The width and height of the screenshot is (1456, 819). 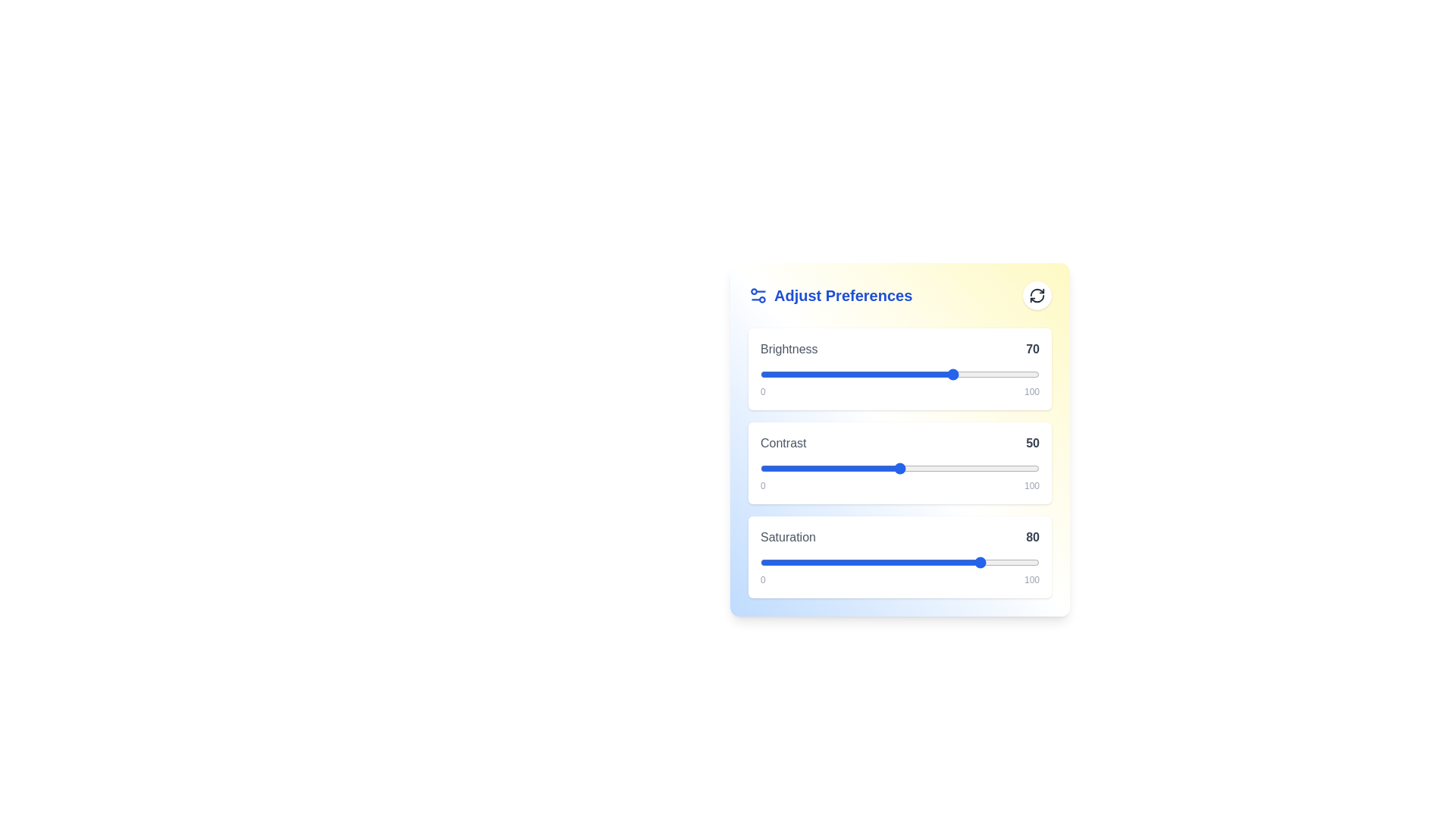 I want to click on saturation level, so click(x=807, y=562).